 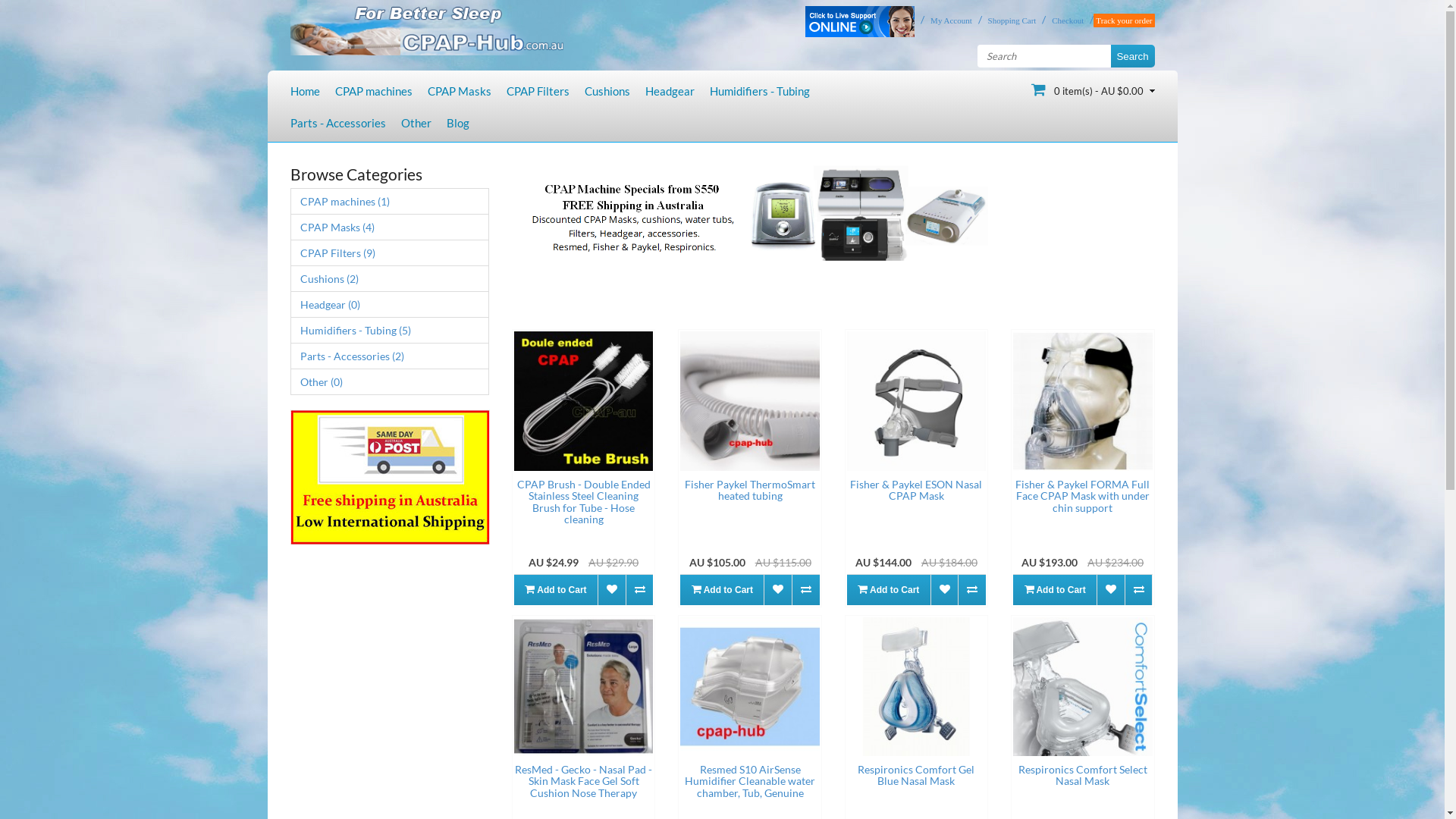 I want to click on 'Fisher & Paykel ESON Nasal CPAP Mask', so click(x=915, y=400).